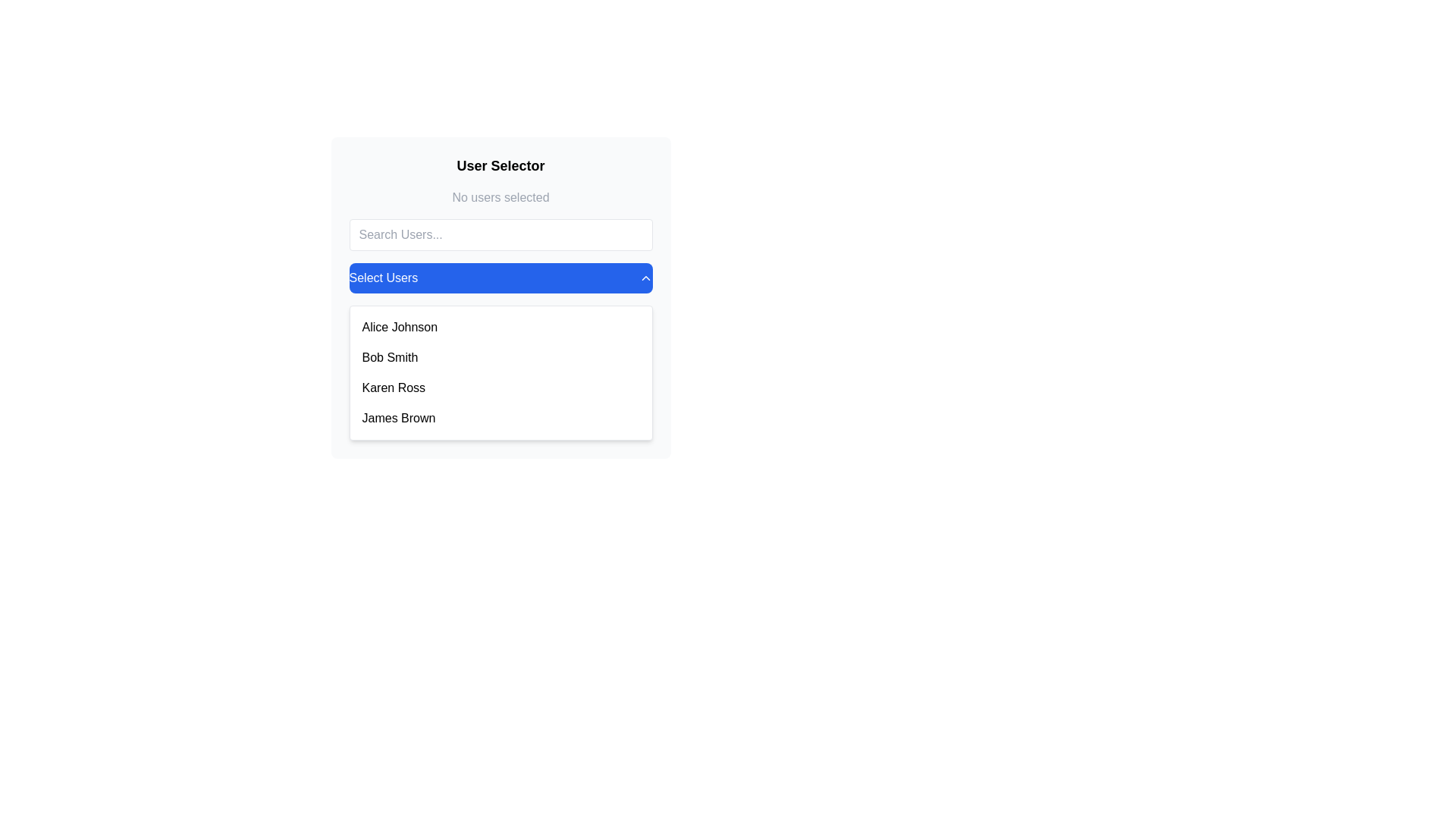 Image resolution: width=1456 pixels, height=819 pixels. Describe the element at coordinates (500, 196) in the screenshot. I see `the Text label indicating that no users are currently selected, which is centrally located below the 'User Selector' heading and above the search input box` at that location.